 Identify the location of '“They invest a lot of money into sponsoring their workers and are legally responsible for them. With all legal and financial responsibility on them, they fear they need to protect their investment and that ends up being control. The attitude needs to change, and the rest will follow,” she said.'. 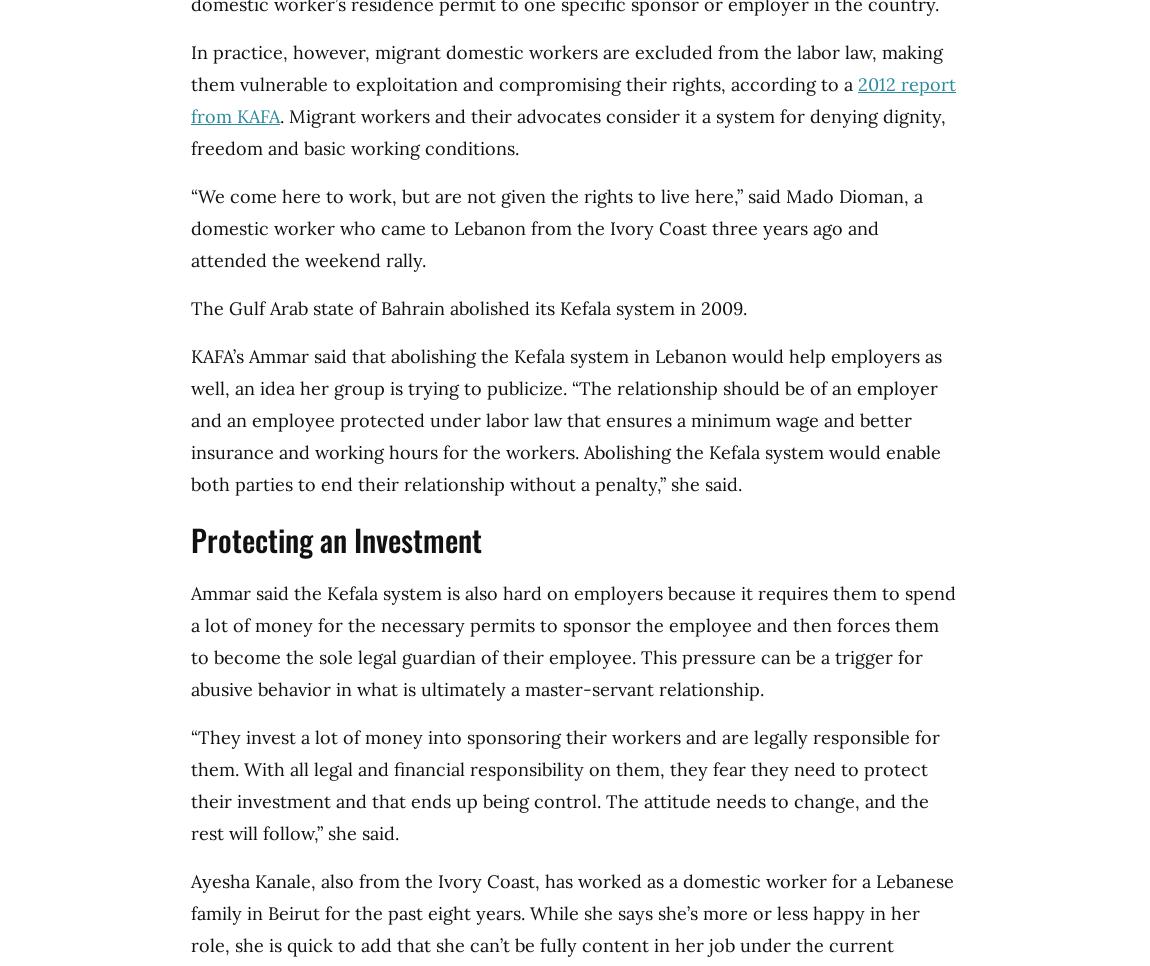
(565, 784).